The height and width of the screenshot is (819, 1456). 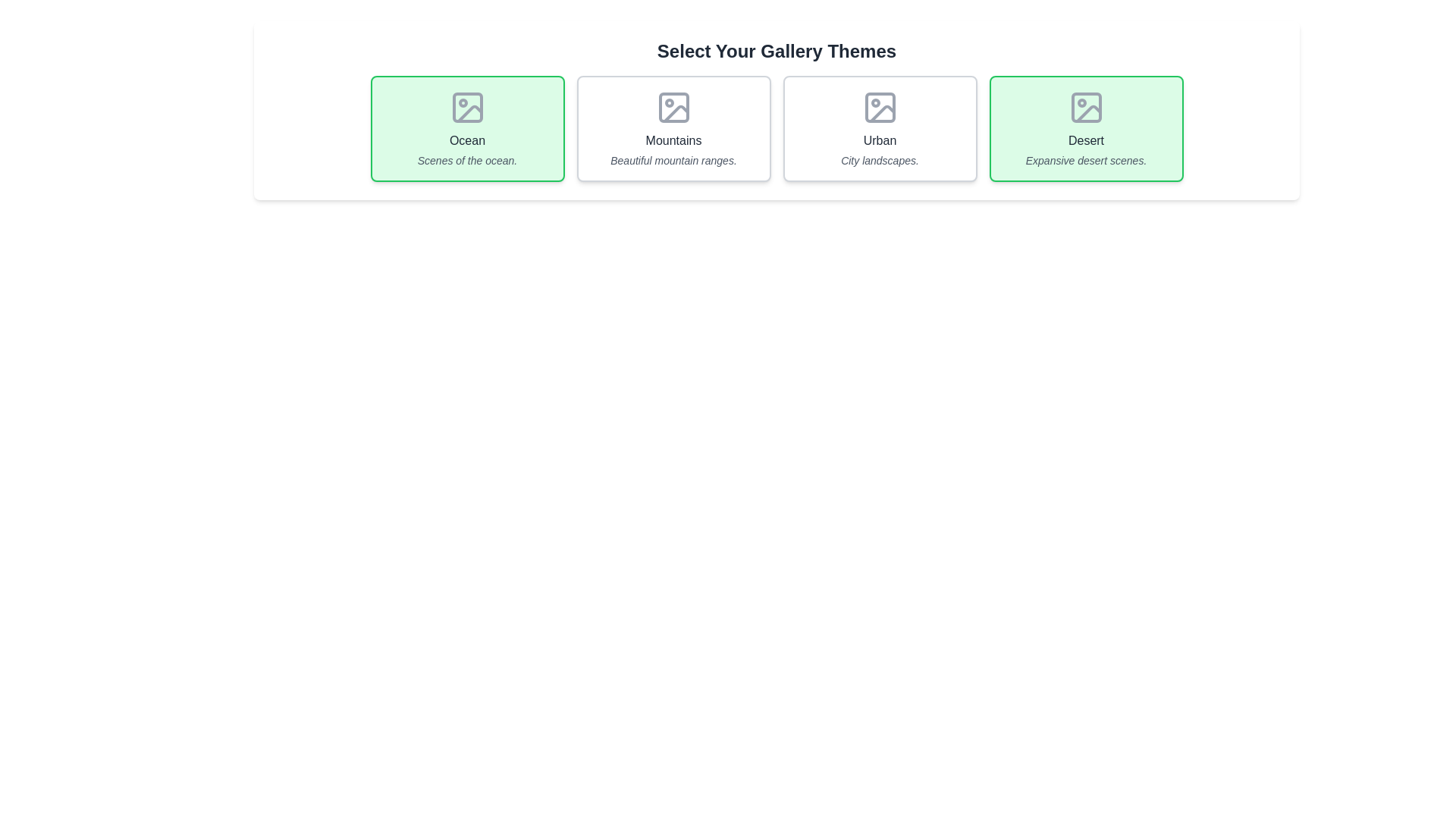 What do you see at coordinates (673, 127) in the screenshot?
I see `the tag labeled Mountains` at bounding box center [673, 127].